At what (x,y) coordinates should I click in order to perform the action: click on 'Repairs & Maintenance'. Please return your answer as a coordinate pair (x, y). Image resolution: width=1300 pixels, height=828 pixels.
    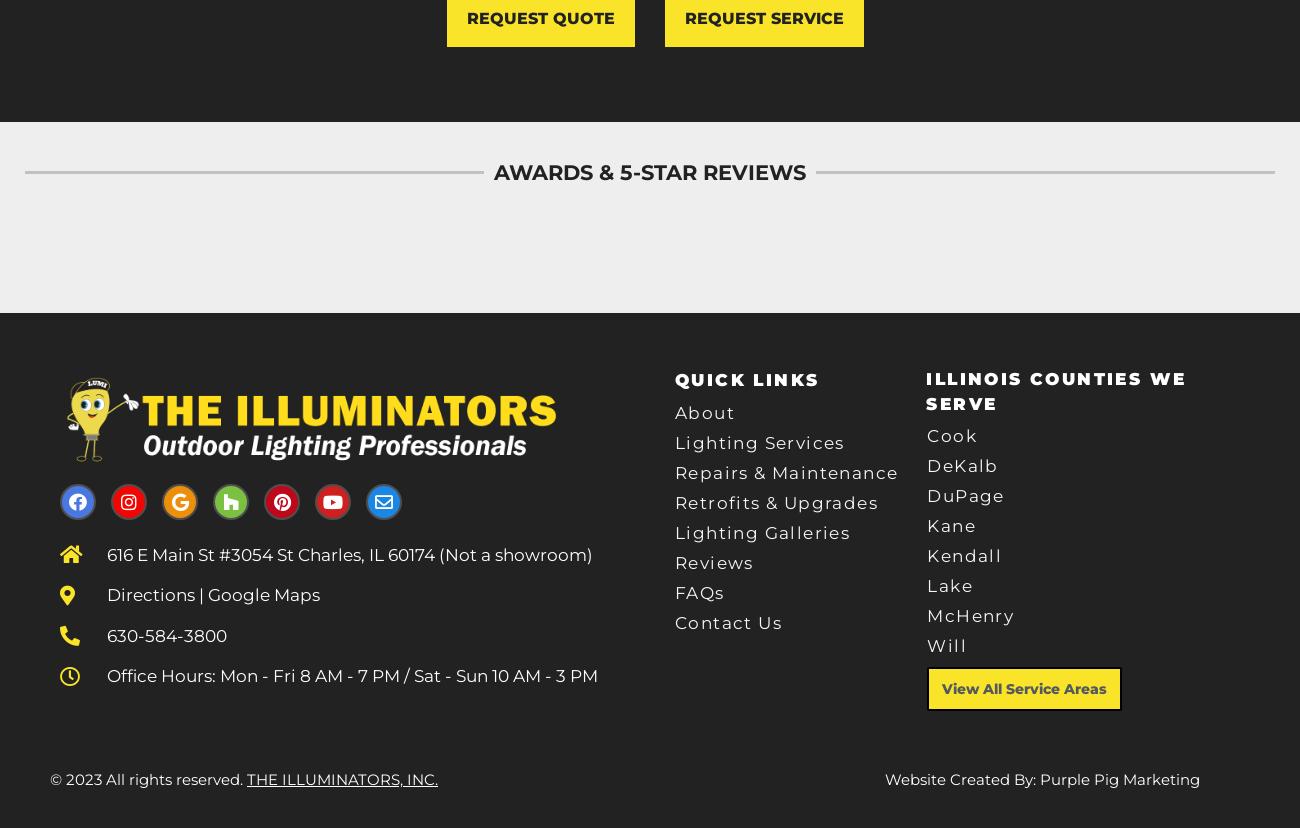
    Looking at the image, I should click on (785, 472).